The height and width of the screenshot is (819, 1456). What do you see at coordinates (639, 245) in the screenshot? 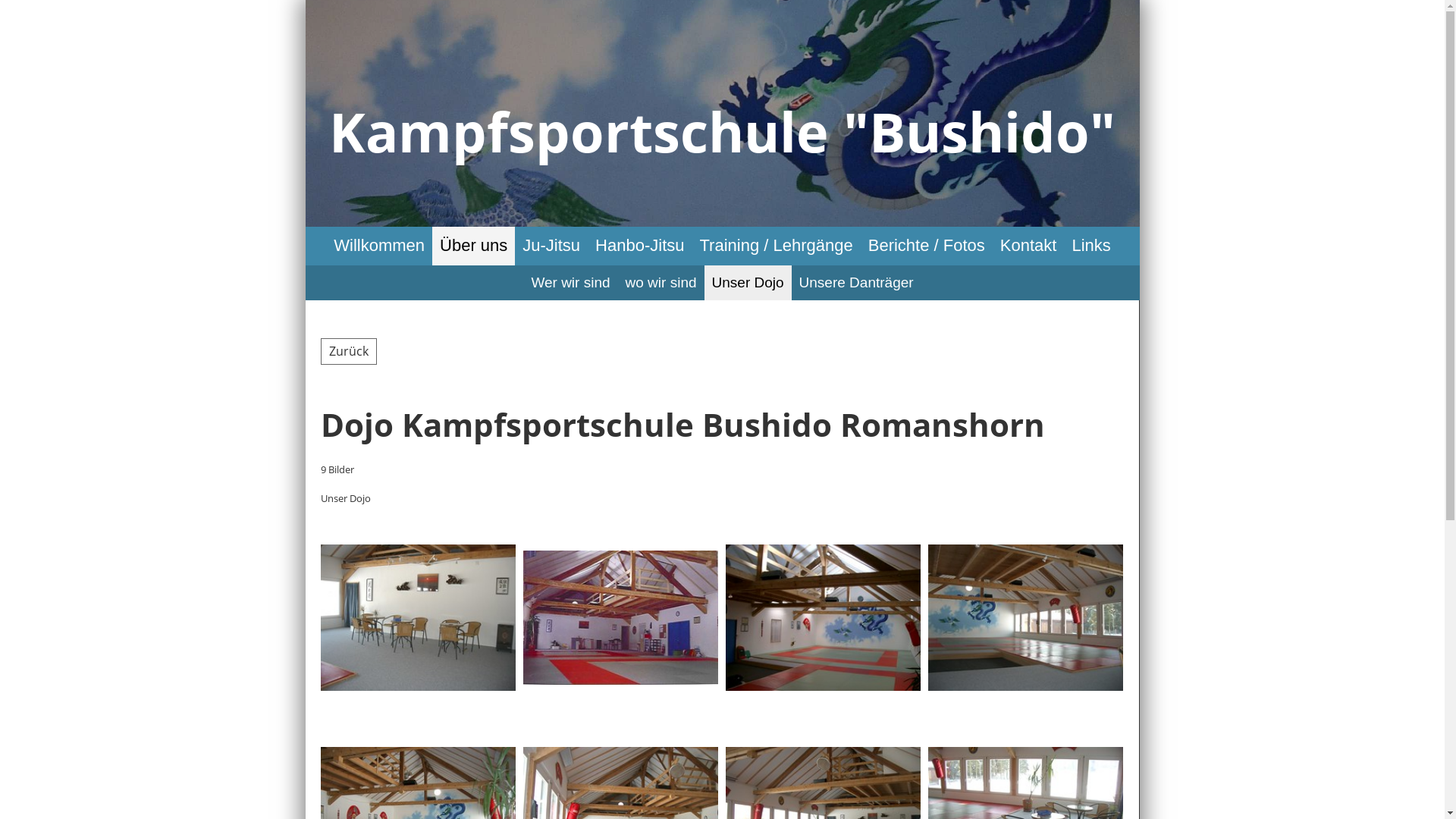
I see `'Hanbo-Jitsu'` at bounding box center [639, 245].